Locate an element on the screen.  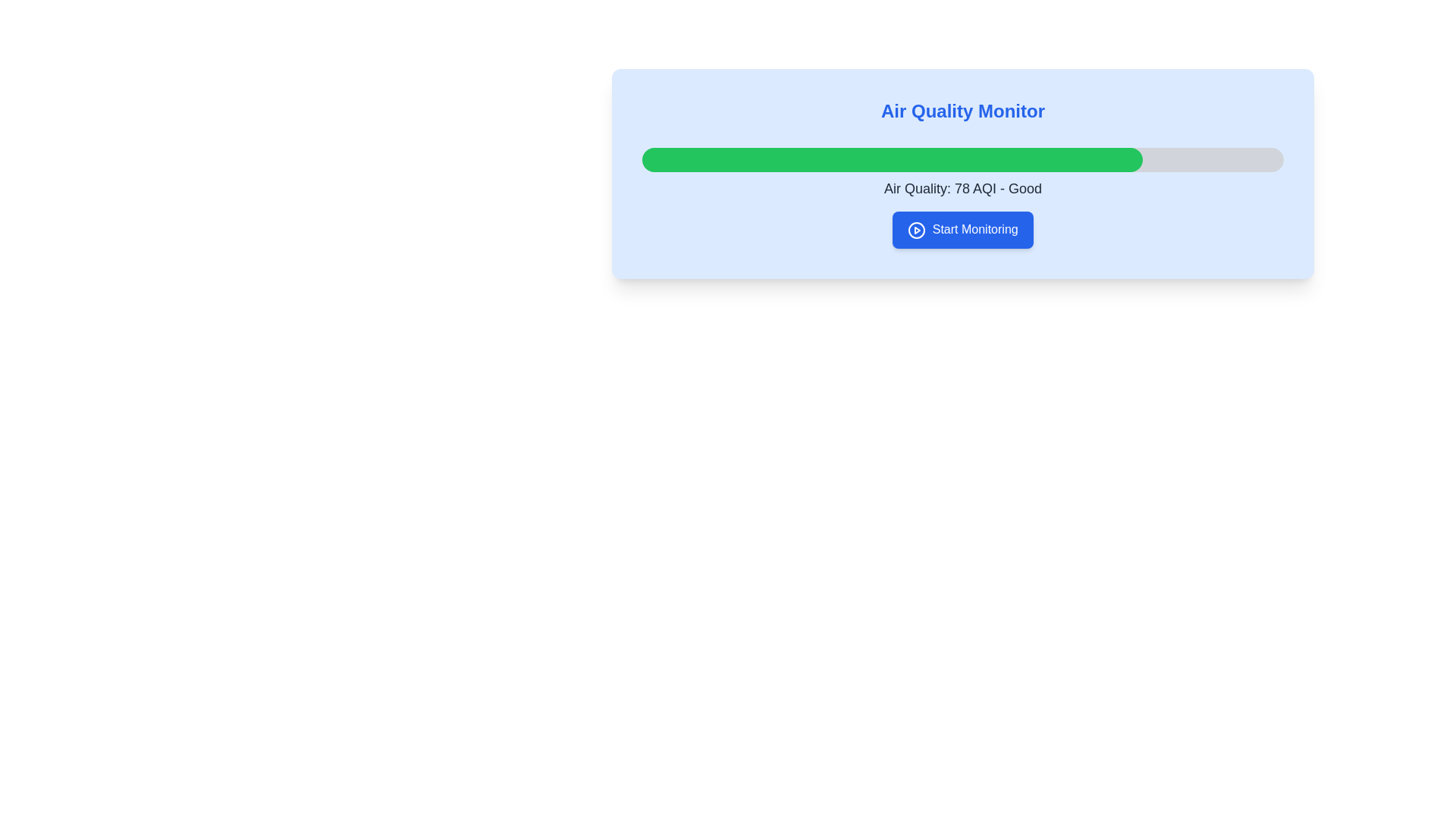
the second progress bar in the 'Air Quality Monitor' interface, which visually represents an air quality level of 78 AQI - Good is located at coordinates (962, 160).